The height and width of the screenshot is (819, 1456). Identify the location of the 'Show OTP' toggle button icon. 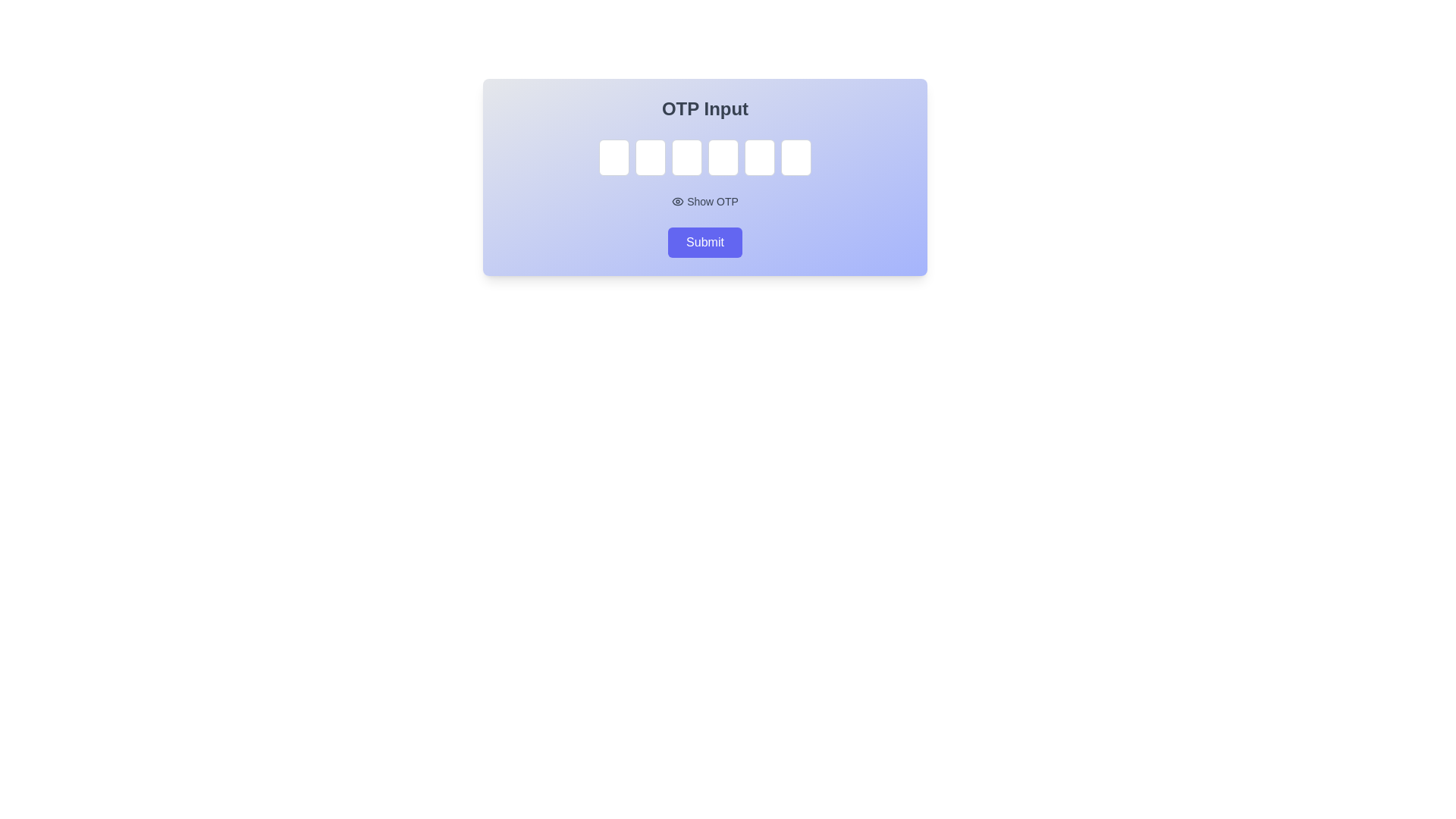
(677, 201).